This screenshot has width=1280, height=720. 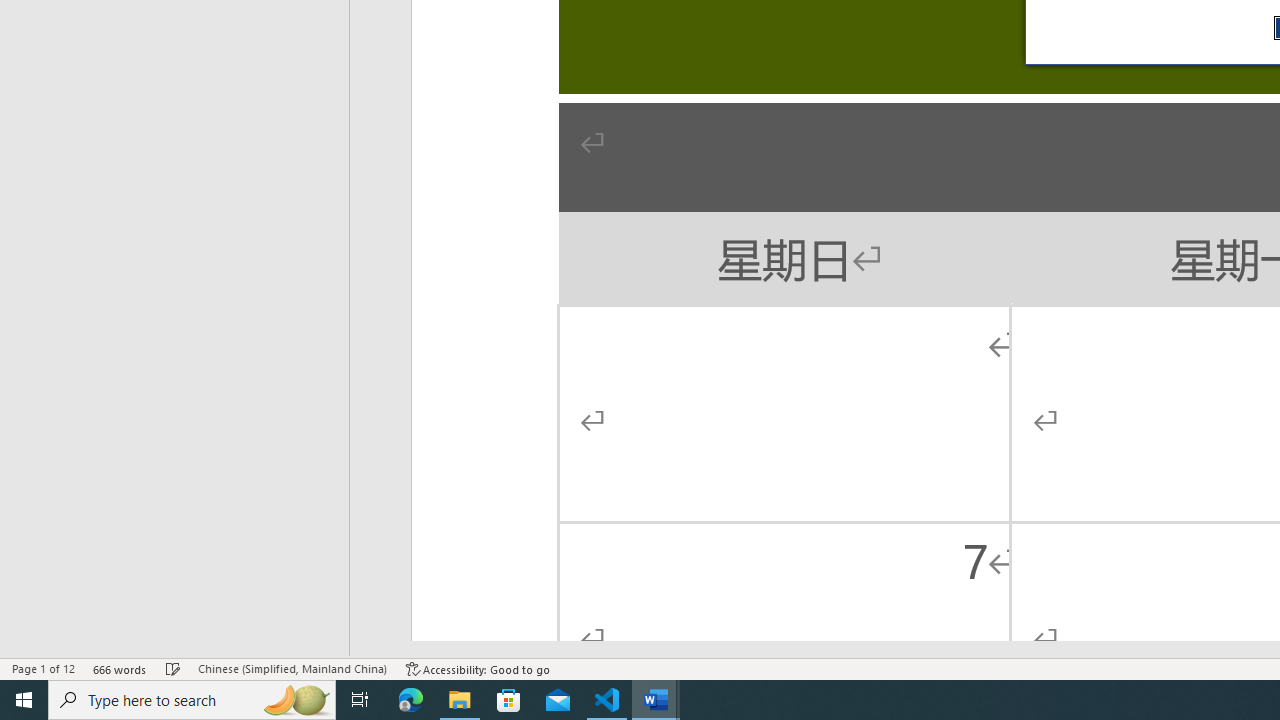 I want to click on 'Word - 2 running windows', so click(x=656, y=698).